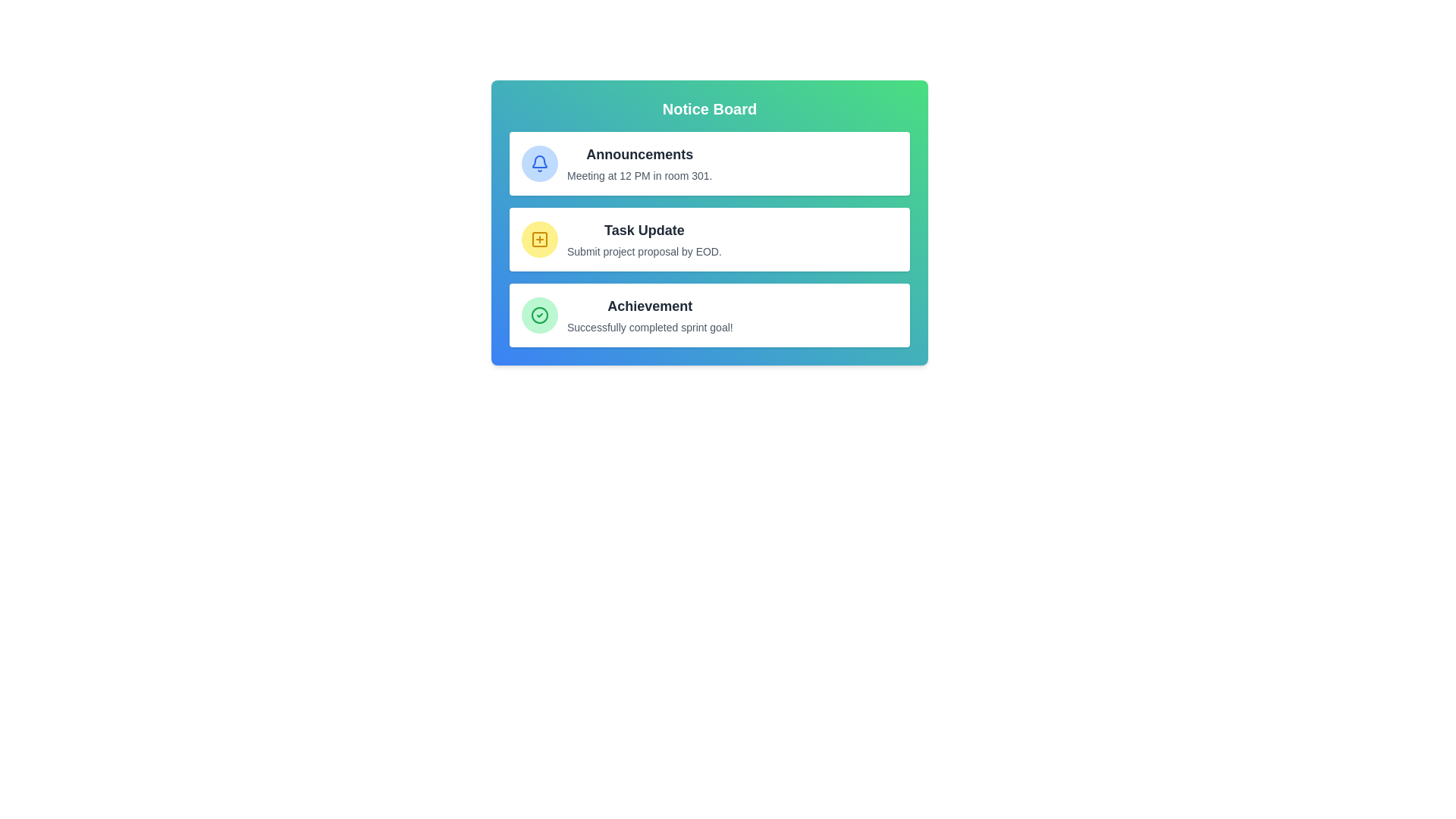 Image resolution: width=1456 pixels, height=819 pixels. I want to click on the message item Task Update, so click(709, 239).